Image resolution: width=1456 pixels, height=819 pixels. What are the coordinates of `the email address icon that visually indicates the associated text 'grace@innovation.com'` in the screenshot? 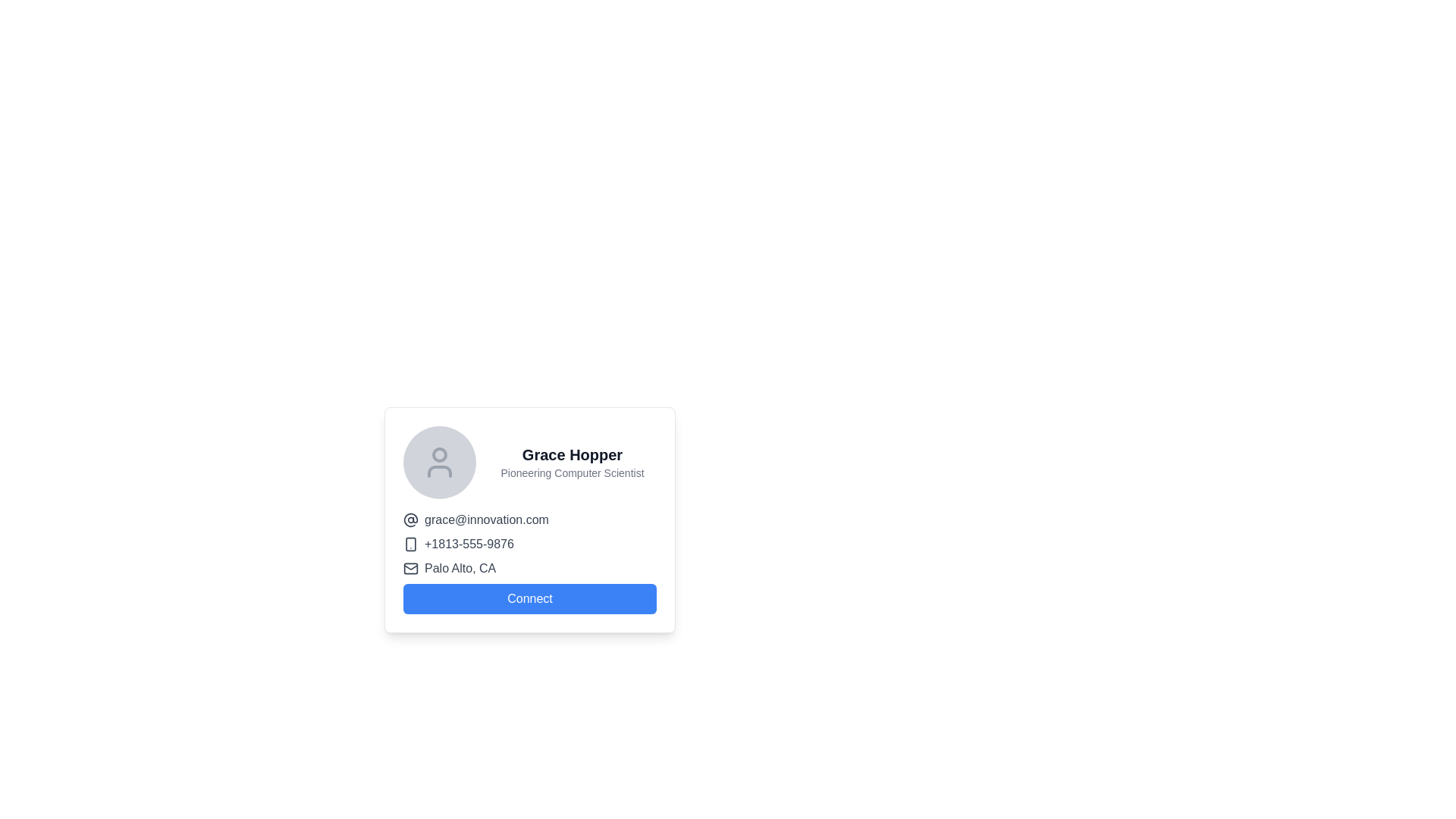 It's located at (411, 519).